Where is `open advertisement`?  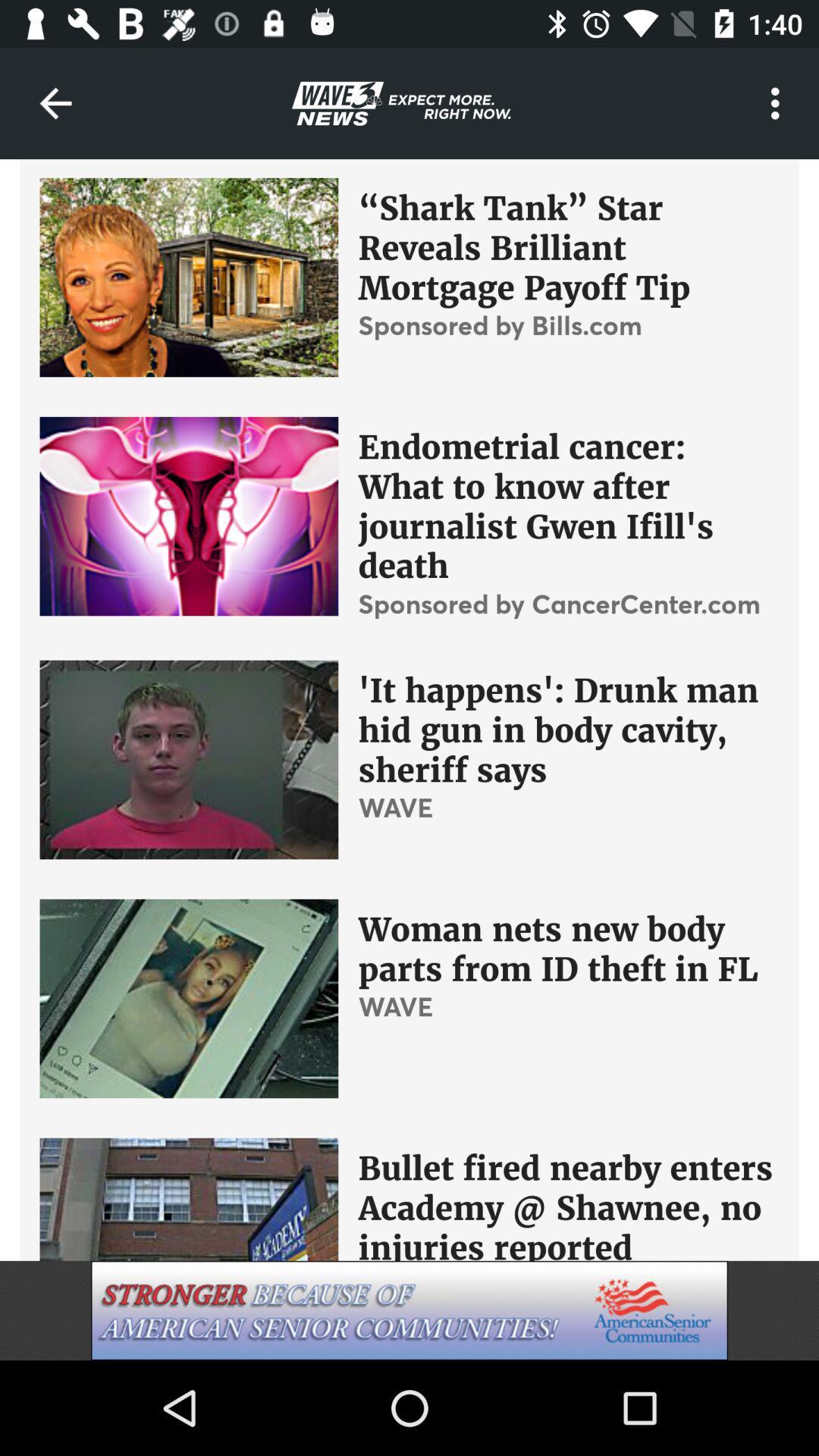 open advertisement is located at coordinates (409, 1310).